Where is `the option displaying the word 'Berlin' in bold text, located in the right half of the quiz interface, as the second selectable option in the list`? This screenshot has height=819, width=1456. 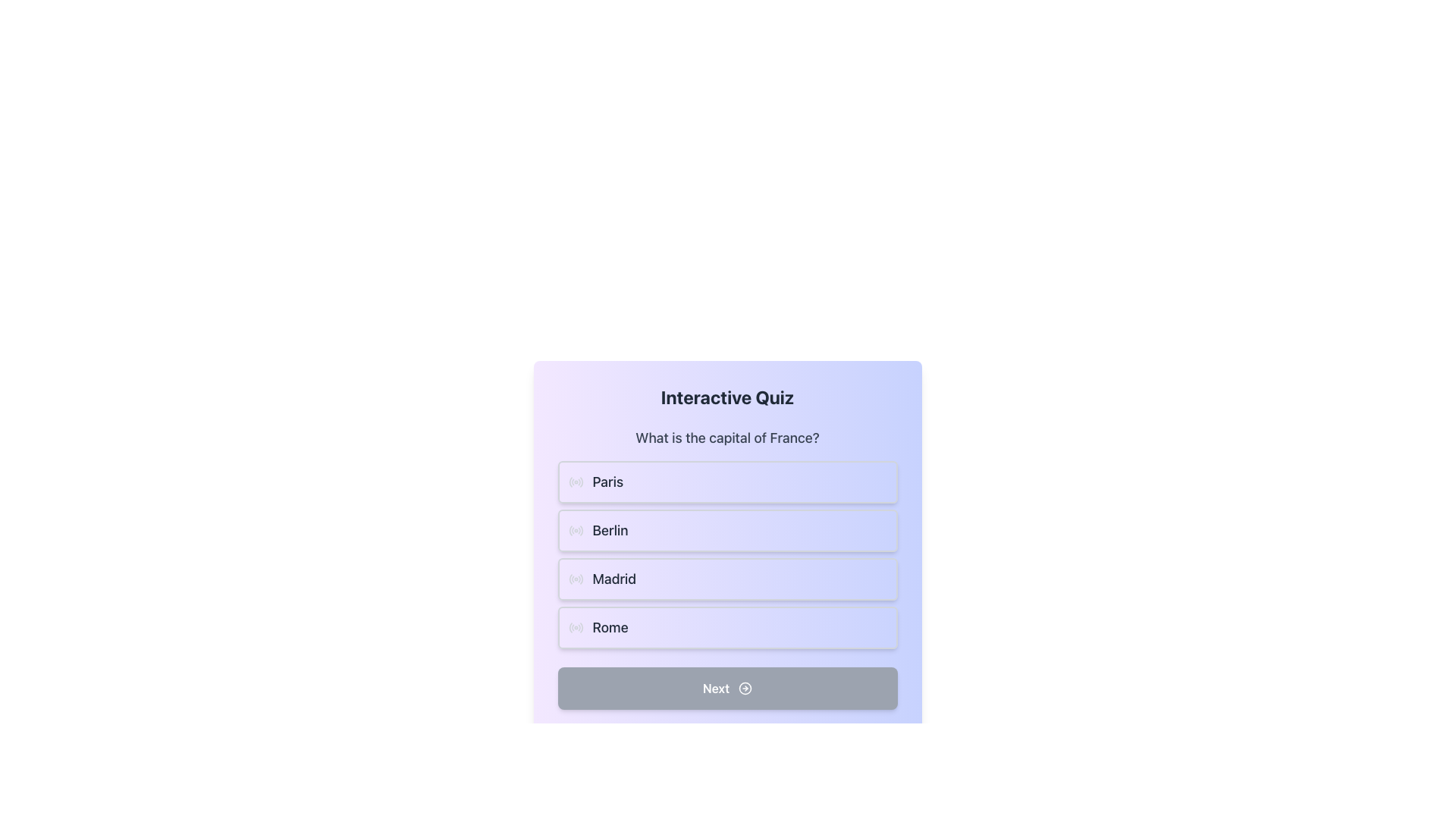
the option displaying the word 'Berlin' in bold text, located in the right half of the quiz interface, as the second selectable option in the list is located at coordinates (610, 529).